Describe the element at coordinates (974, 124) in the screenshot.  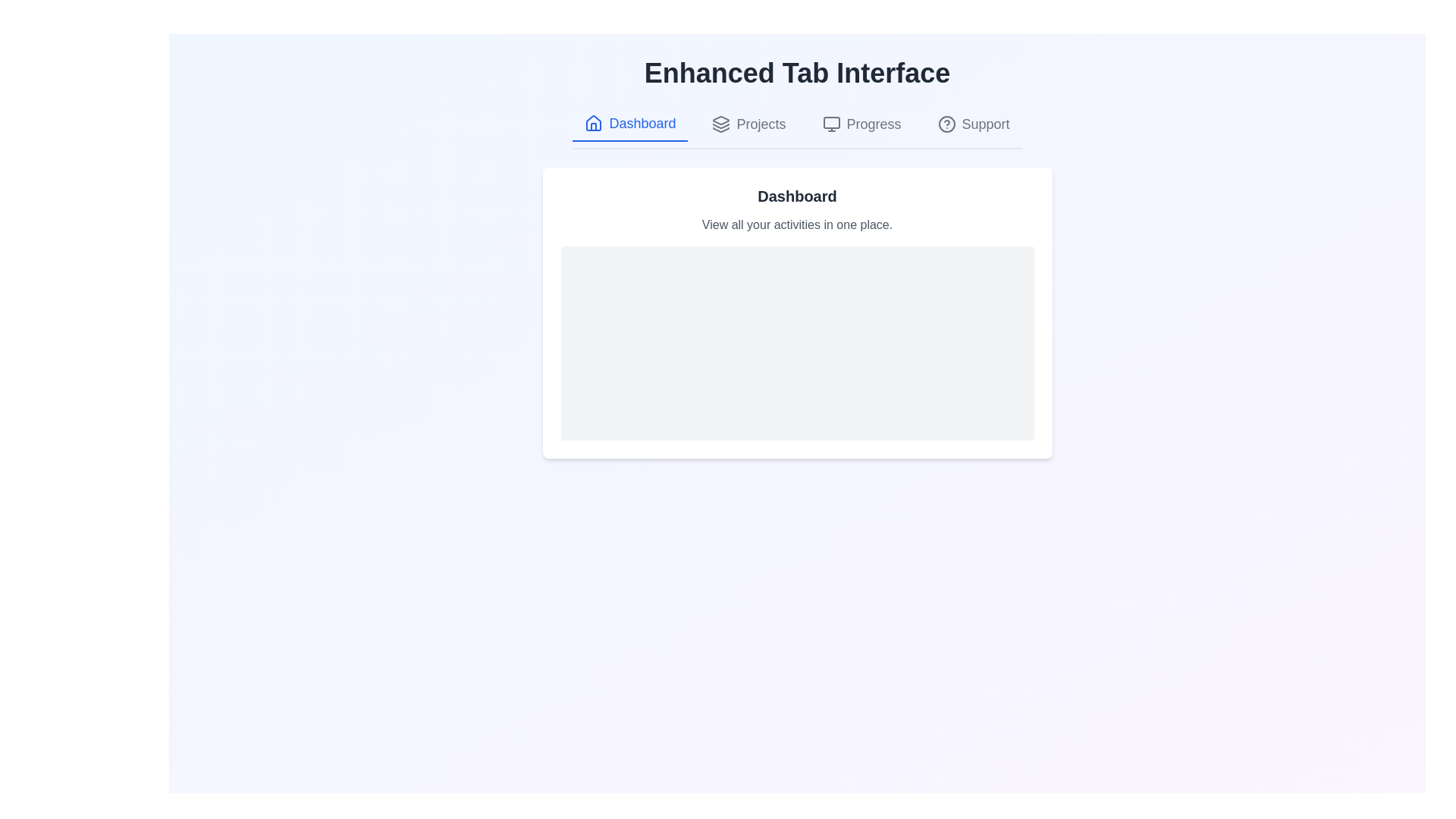
I see `the tab labeled Support to observe the hover effect` at that location.